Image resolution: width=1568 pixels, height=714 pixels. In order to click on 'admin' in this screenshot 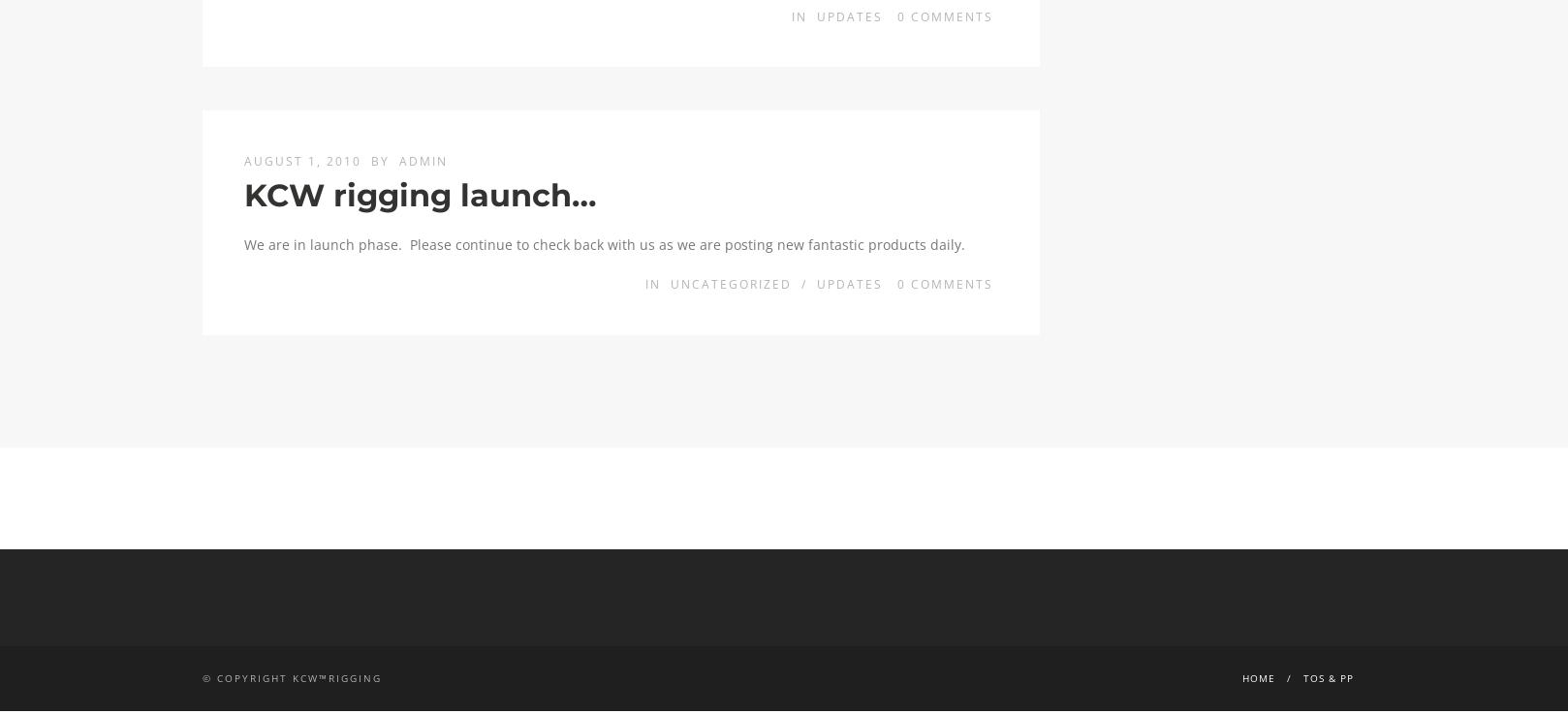, I will do `click(423, 159)`.